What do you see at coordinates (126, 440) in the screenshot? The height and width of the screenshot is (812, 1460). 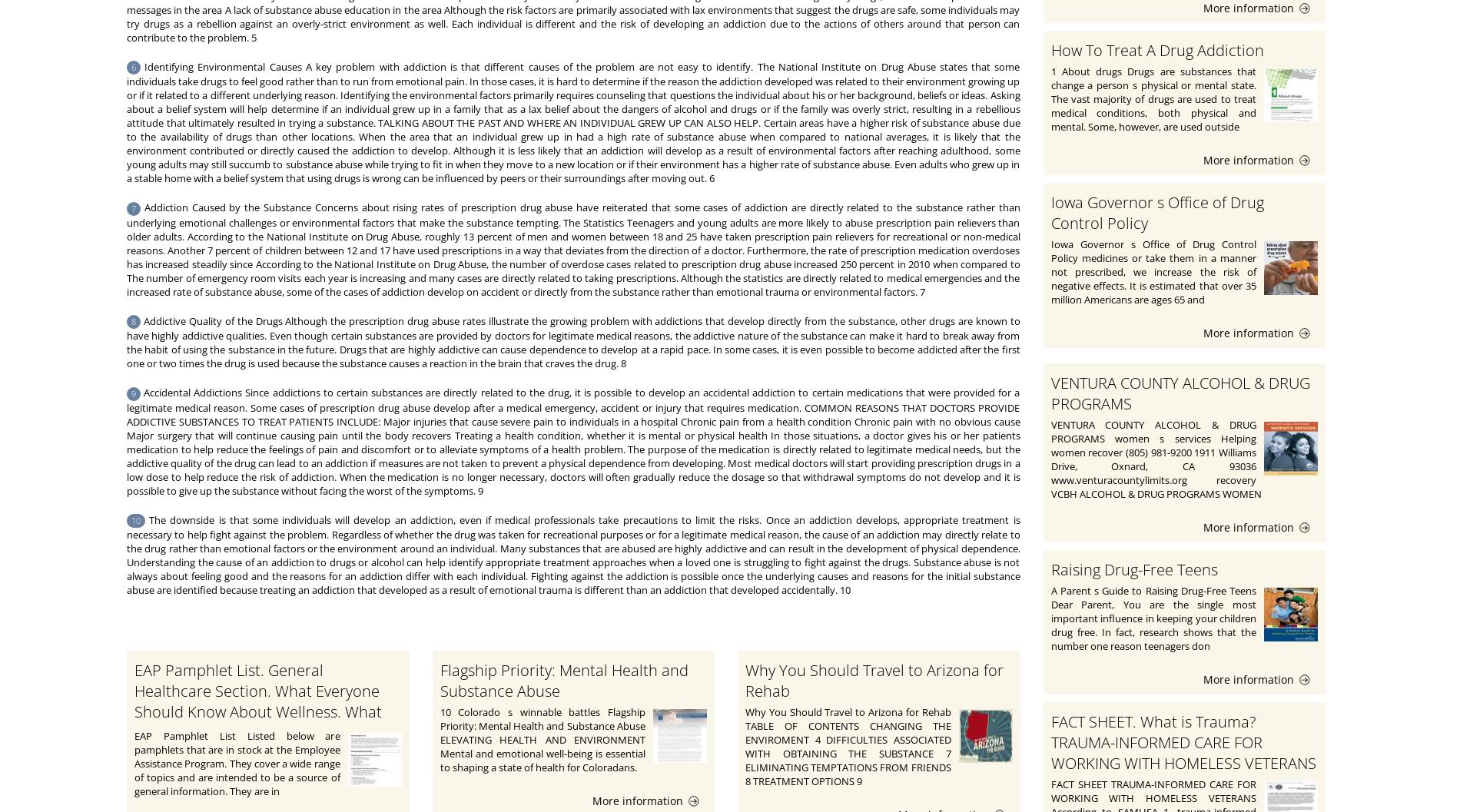 I see `'Accidental Addictions Since addictions to certain substances are directly related to the drug, it is possible to develop an accidental addiction to certain medications that were provided for a legitimate medical reason. Some cases of prescription drug abuse develop after a medical emergency, accident or injury that requires medication. COMMON REASONS THAT DOCTORS PROVIDE ADDICTIVE SUBSTANCES TO TREAT PATIENTS INCLUDE: Major injuries that cause severe pain to individuals in a hospital Chronic pain from a health condition Chronic pain with no obvious cause Major surgery that will continue causing pain until the body recovers Treating a health condition, whether it is mental or physical health In those situations, a doctor gives his or her patients medication to help reduce the feelings of pain and discomfort or to alleviate symptoms of a health problem. The purpose of the medication is directly related to legitimate medical needs, but the addictive quality of the drug can lead to an addiction if measures are not taken to prevent a physical dependence from developing. Most medical doctors will start providing prescription drugs in a low dose to help reduce the risk of addiction. When the medication is no longer necessary, doctors will often gradually reduce the dosage so that withdrawal symptoms do not develop and it is possible to give up the substance without facing the worst of the symptoms. 9'` at bounding box center [126, 440].